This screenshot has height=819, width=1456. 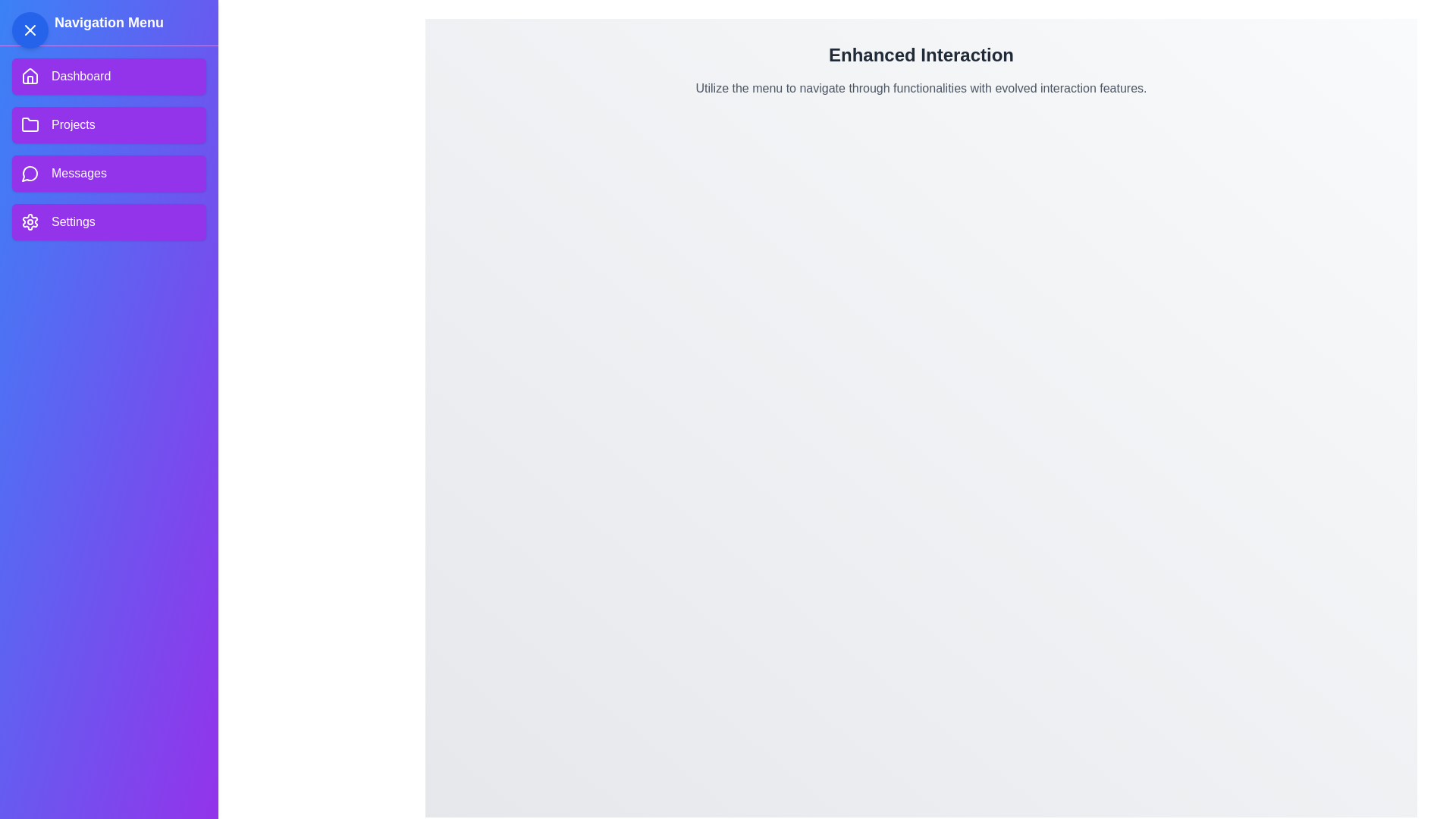 What do you see at coordinates (108, 172) in the screenshot?
I see `the menu item Messages to reveal its hover effect` at bounding box center [108, 172].